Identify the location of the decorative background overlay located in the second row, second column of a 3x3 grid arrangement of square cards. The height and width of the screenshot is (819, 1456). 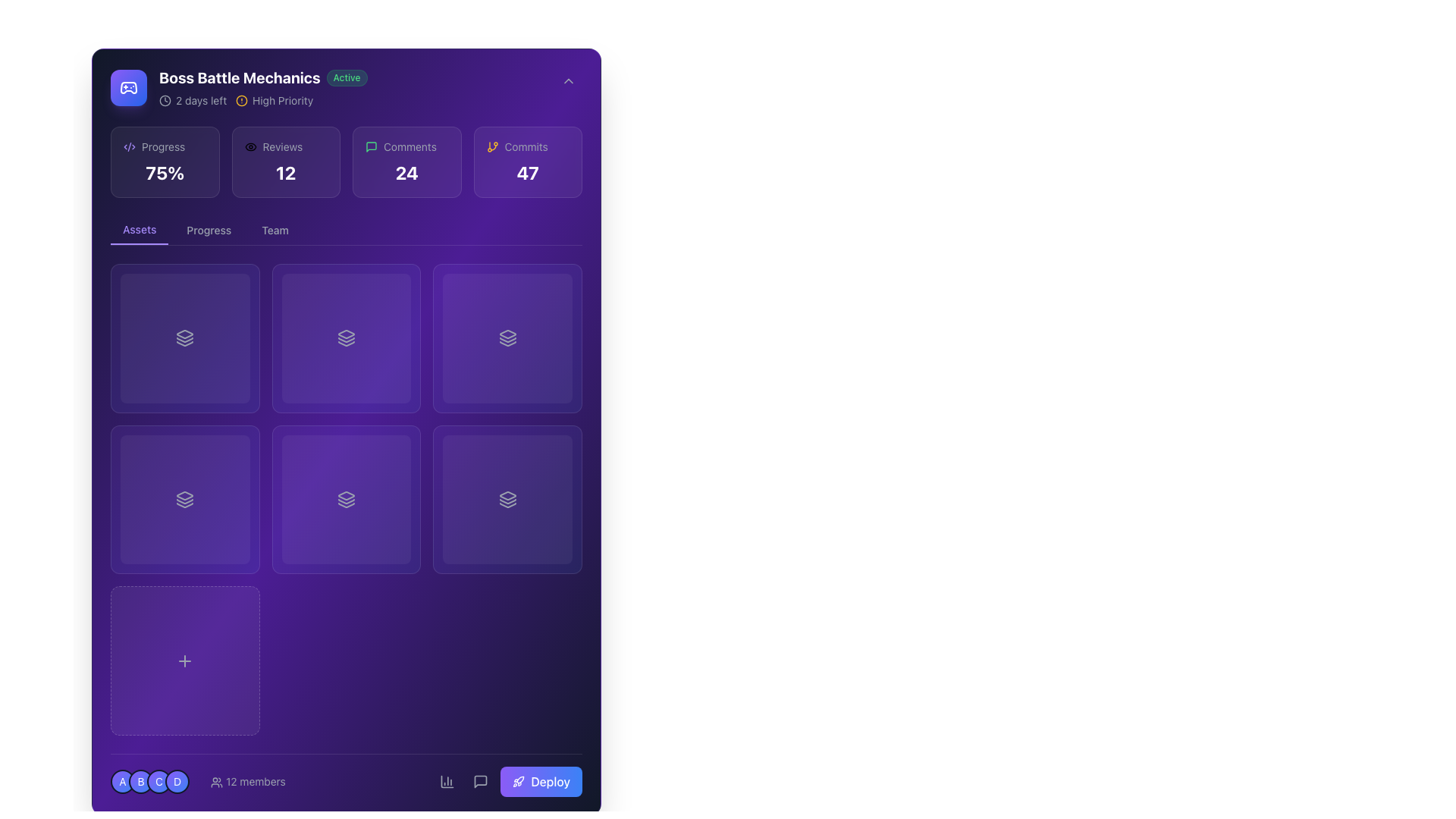
(345, 337).